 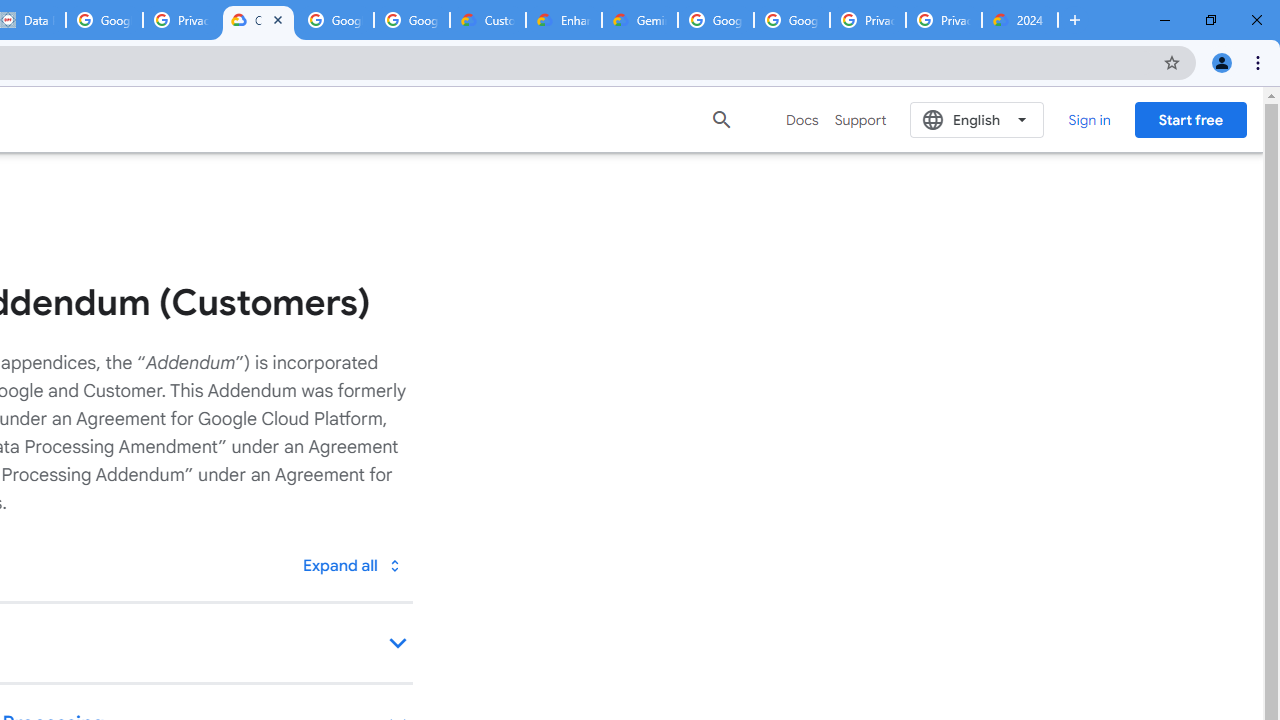 What do you see at coordinates (488, 20) in the screenshot?
I see `'Customer Care | Google Cloud'` at bounding box center [488, 20].